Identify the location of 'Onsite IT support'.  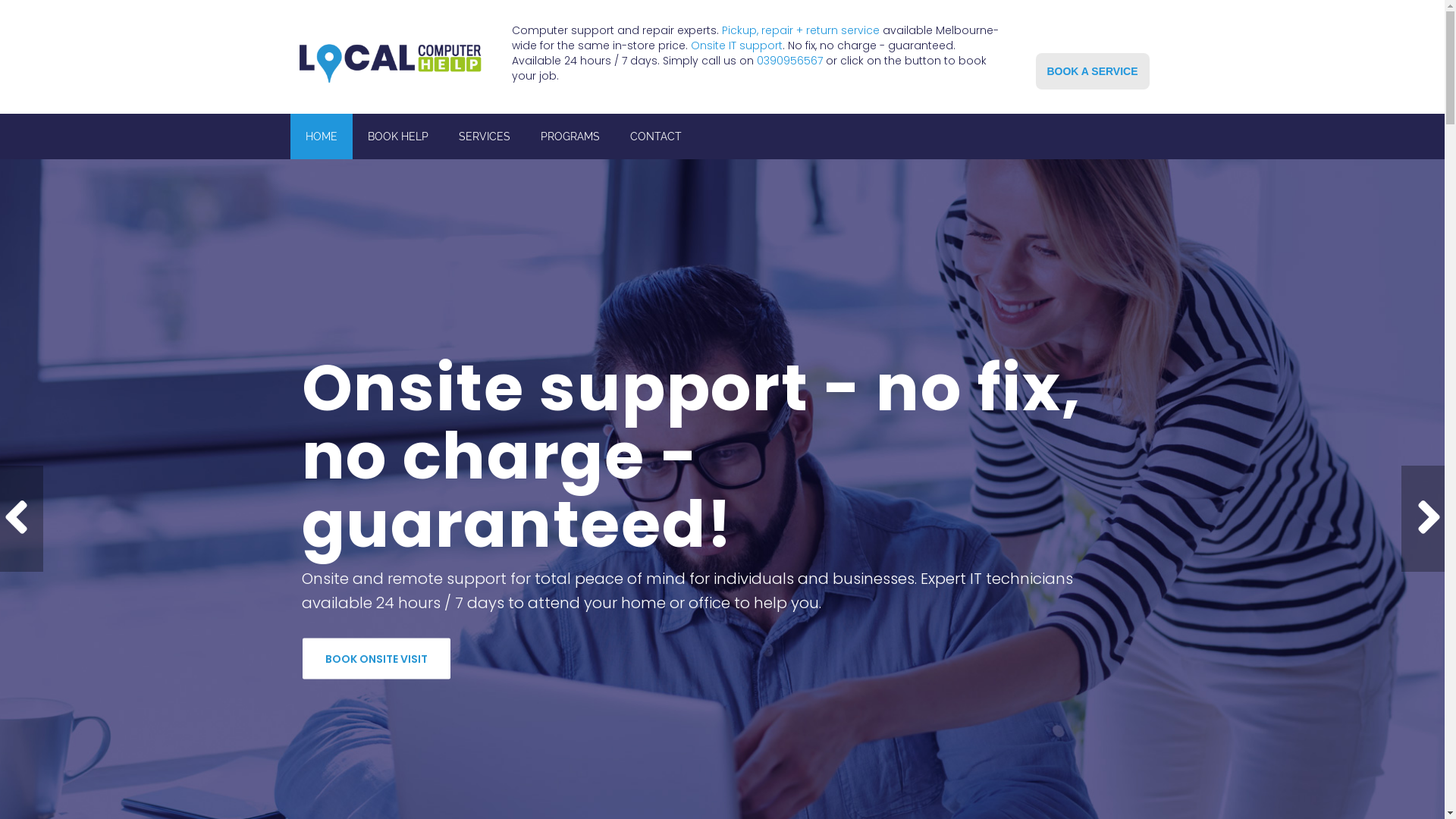
(736, 45).